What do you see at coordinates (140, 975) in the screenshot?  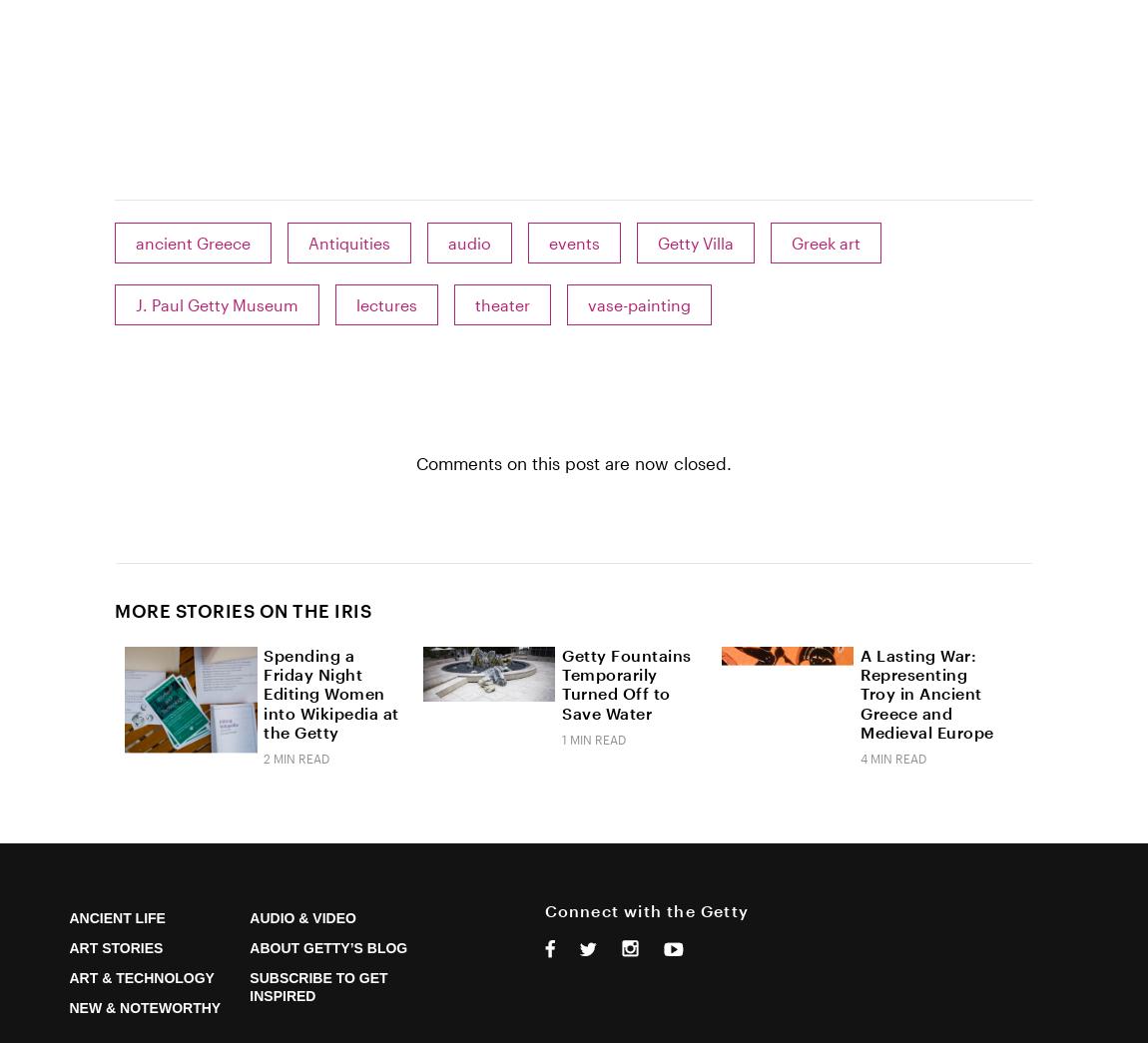 I see `'Art & Technology'` at bounding box center [140, 975].